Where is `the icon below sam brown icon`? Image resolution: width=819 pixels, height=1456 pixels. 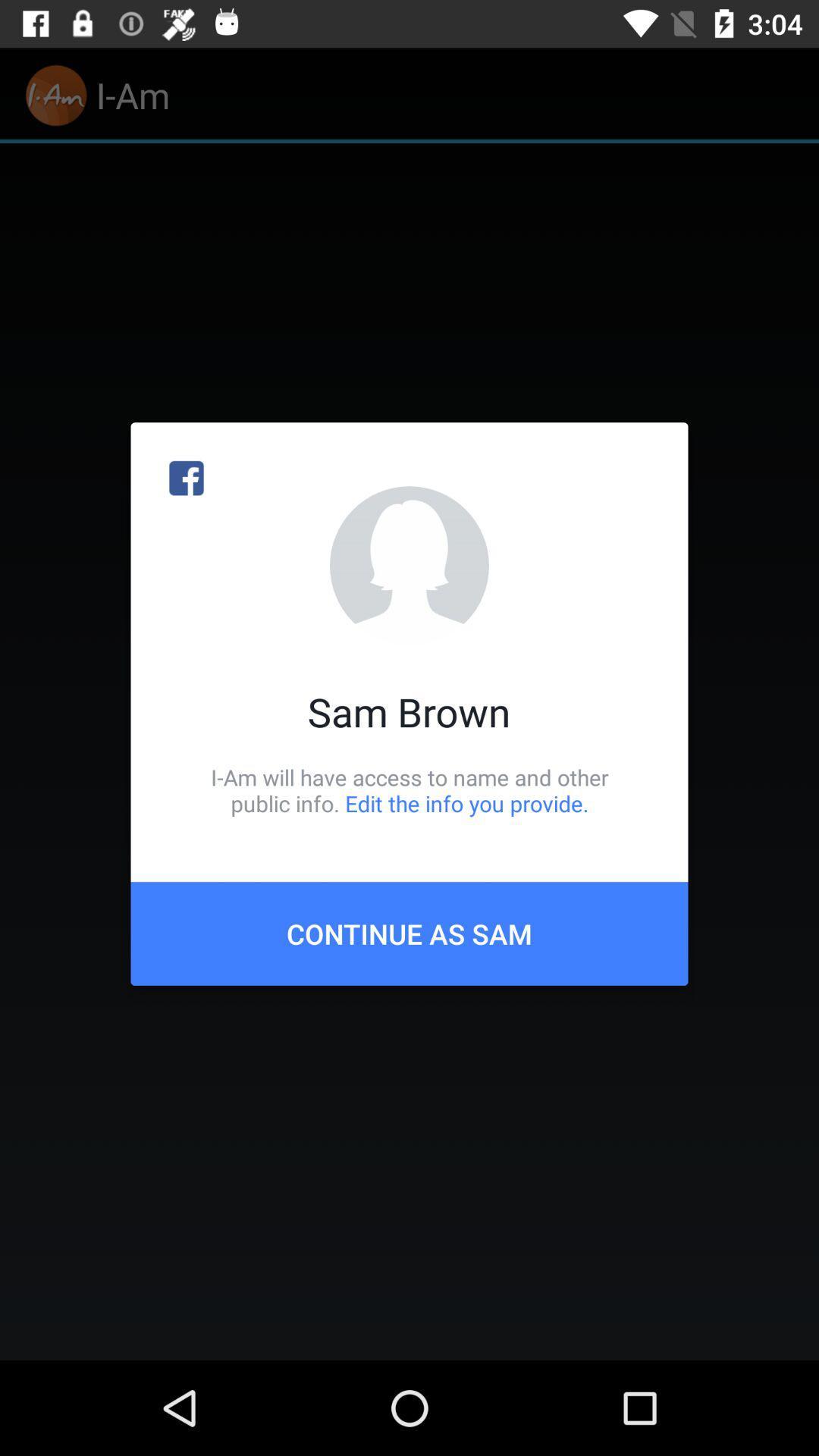
the icon below sam brown icon is located at coordinates (409, 789).